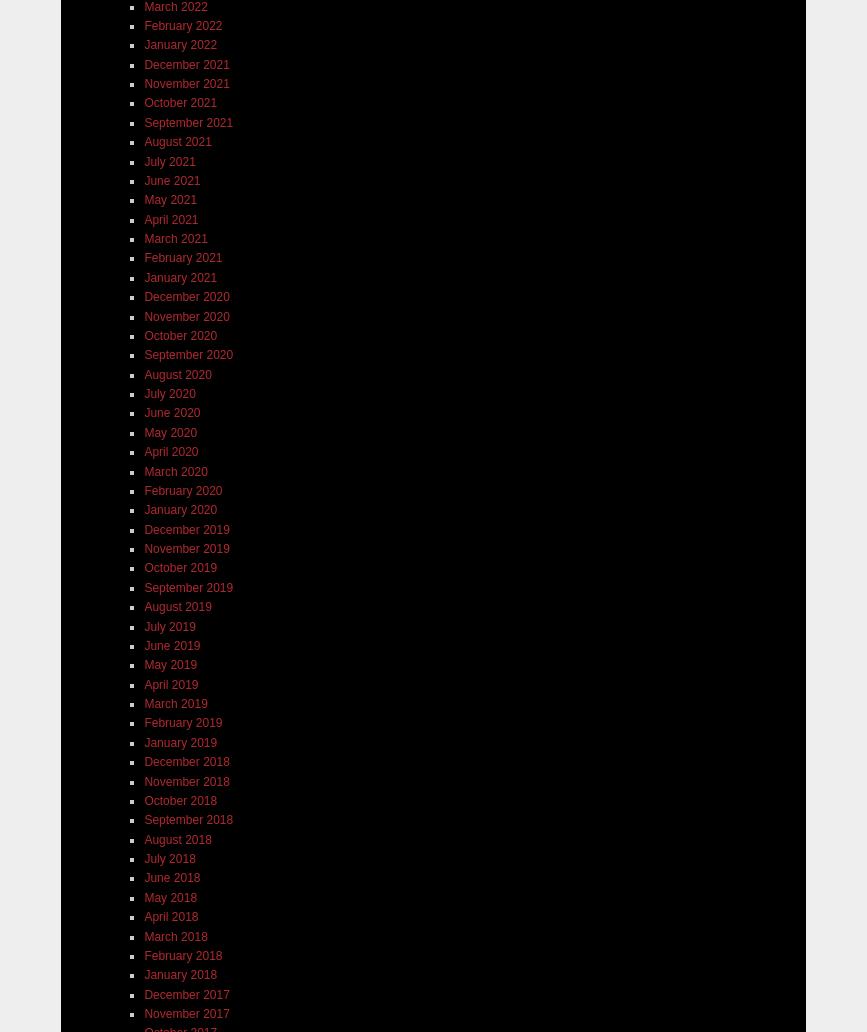 The height and width of the screenshot is (1032, 867). What do you see at coordinates (169, 393) in the screenshot?
I see `'July 2020'` at bounding box center [169, 393].